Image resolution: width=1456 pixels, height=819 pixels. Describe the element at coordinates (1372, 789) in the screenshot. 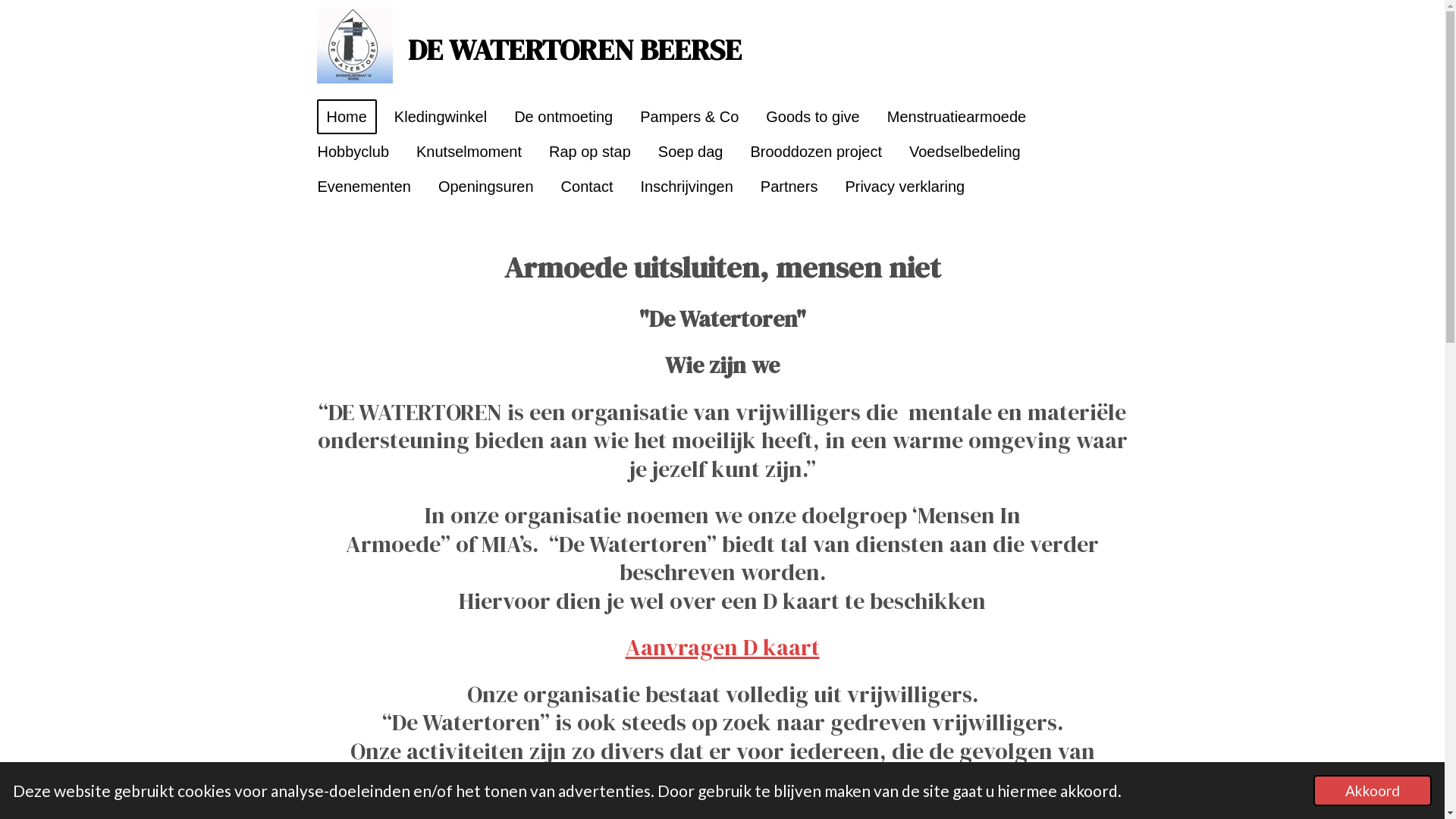

I see `'Akkoord'` at that location.